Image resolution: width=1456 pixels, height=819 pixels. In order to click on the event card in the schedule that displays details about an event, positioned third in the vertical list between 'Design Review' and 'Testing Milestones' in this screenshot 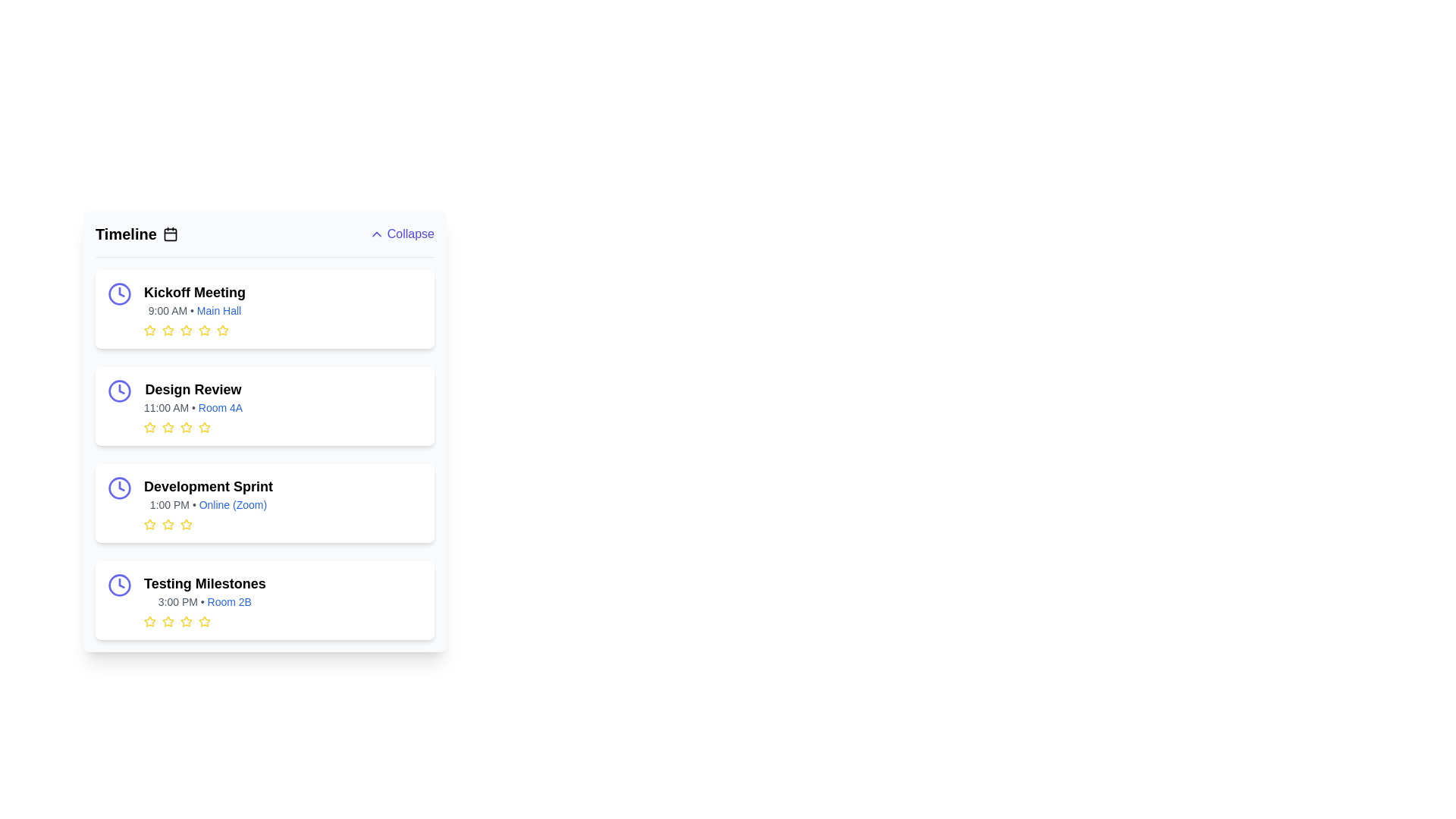, I will do `click(265, 503)`.